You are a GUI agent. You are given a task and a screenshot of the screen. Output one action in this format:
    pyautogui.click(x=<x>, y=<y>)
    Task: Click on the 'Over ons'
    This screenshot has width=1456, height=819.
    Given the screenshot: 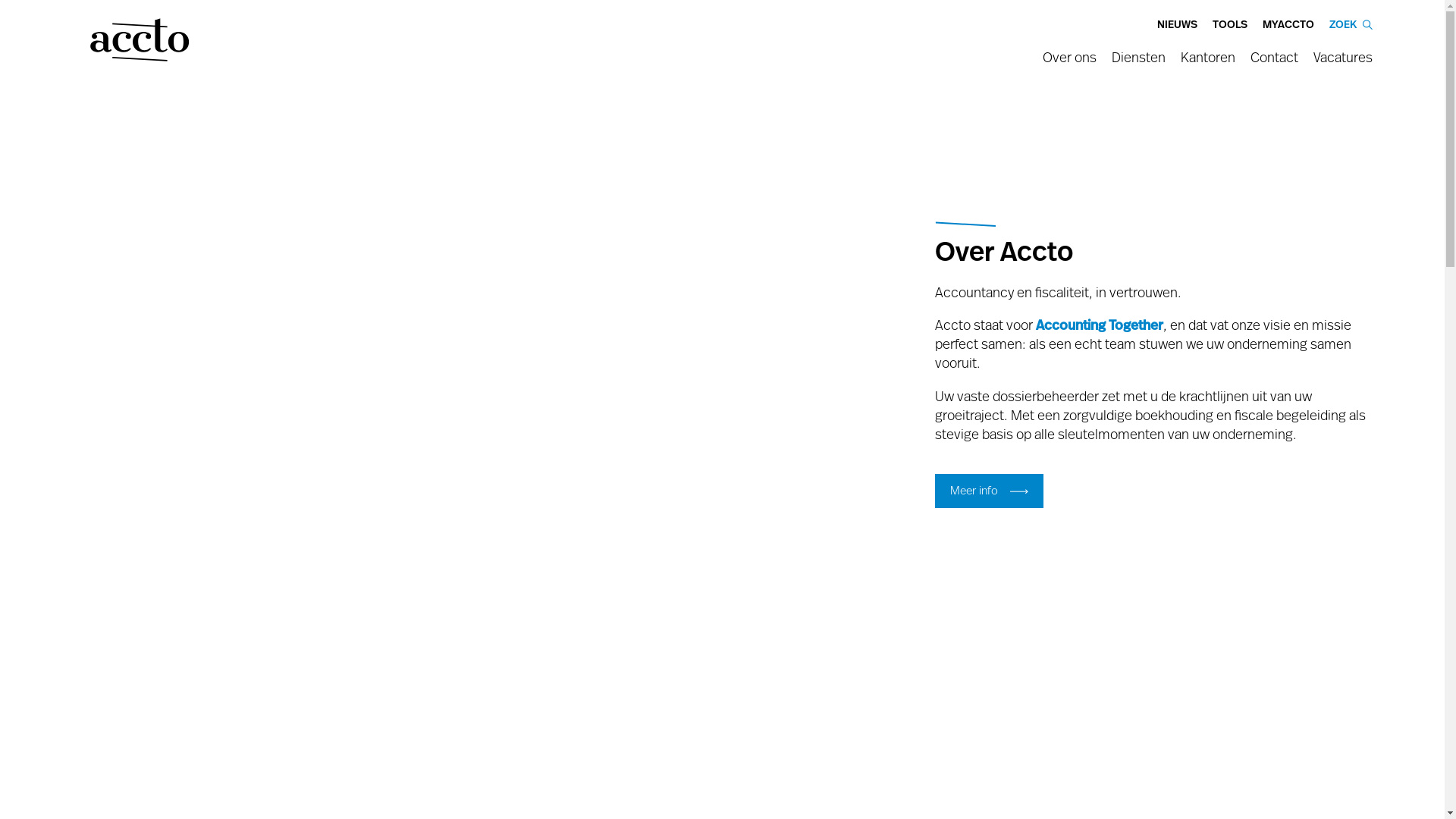 What is the action you would take?
    pyautogui.click(x=1041, y=61)
    